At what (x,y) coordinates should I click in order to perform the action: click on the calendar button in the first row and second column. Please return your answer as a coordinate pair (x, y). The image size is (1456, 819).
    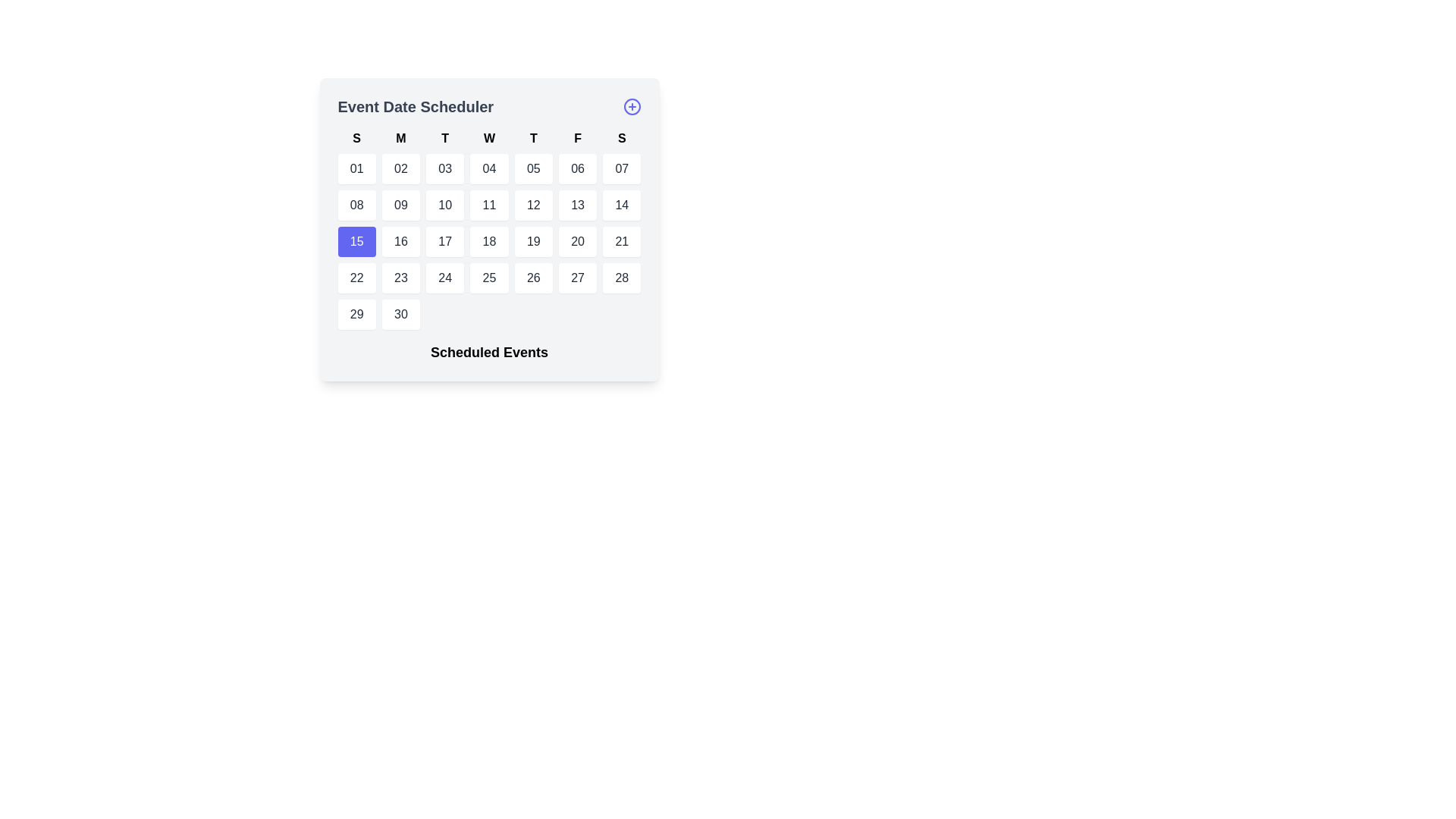
    Looking at the image, I should click on (400, 169).